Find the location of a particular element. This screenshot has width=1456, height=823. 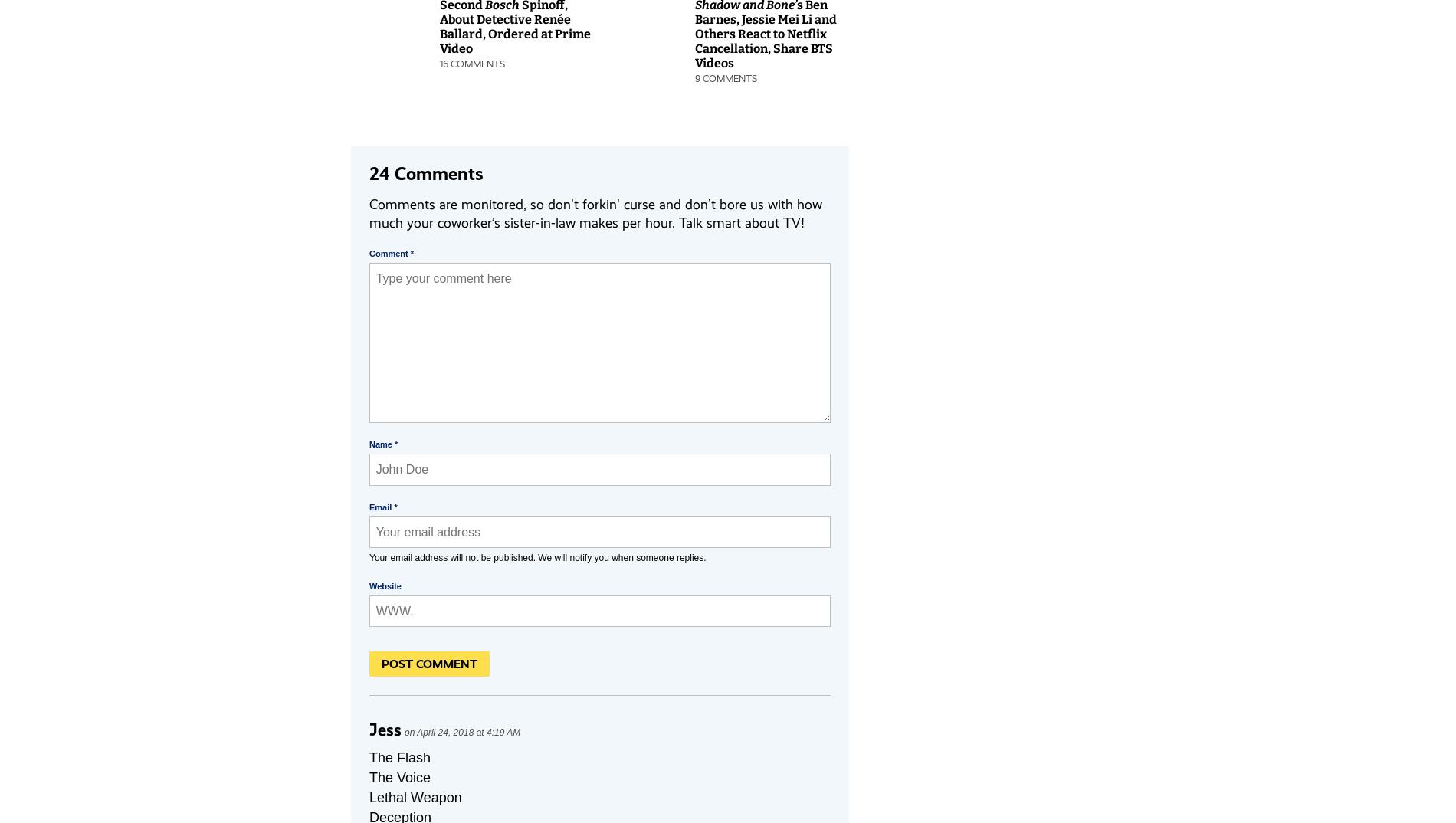

'24 Comments' is located at coordinates (426, 172).